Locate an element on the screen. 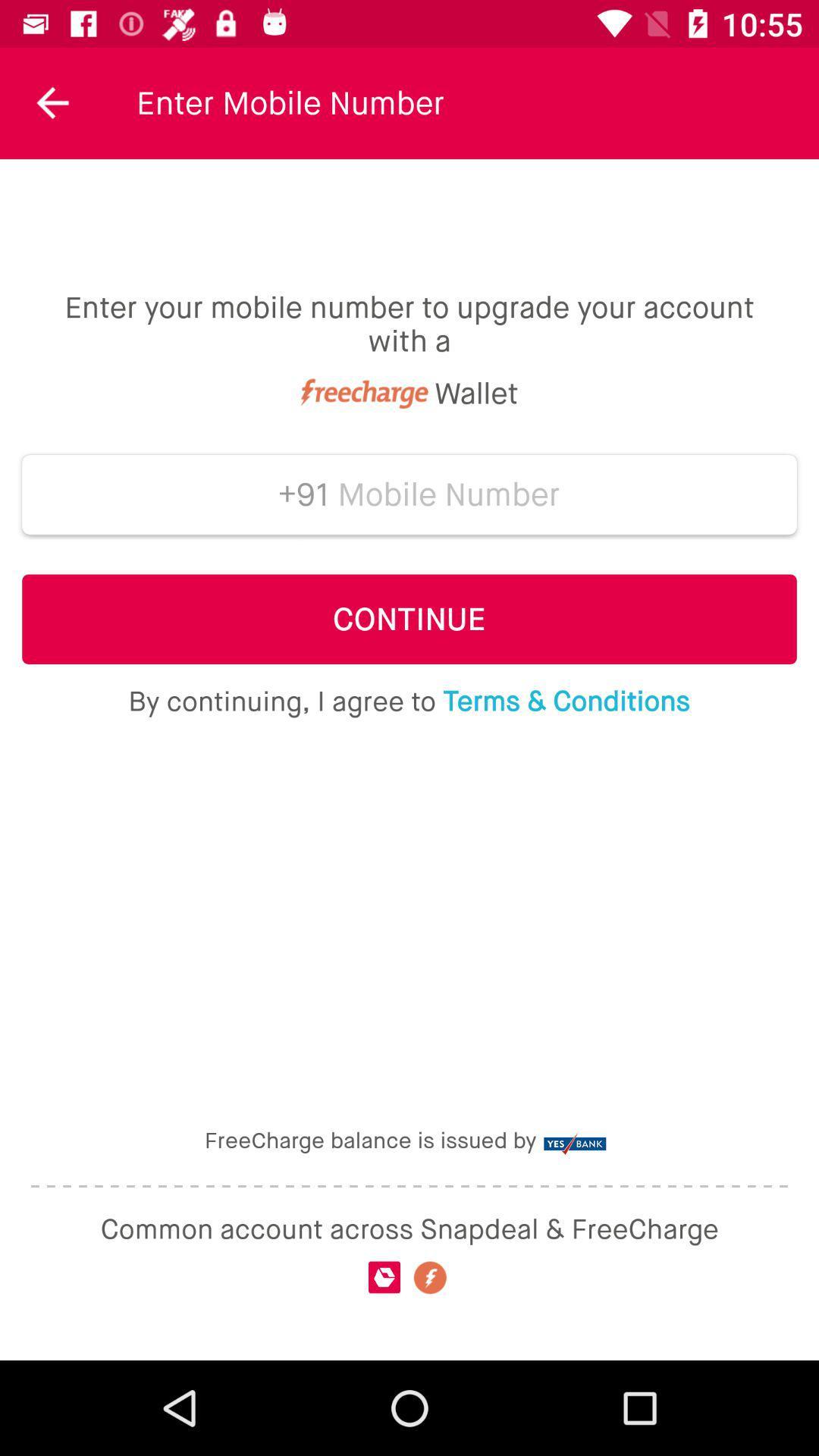  continue button is located at coordinates (409, 619).